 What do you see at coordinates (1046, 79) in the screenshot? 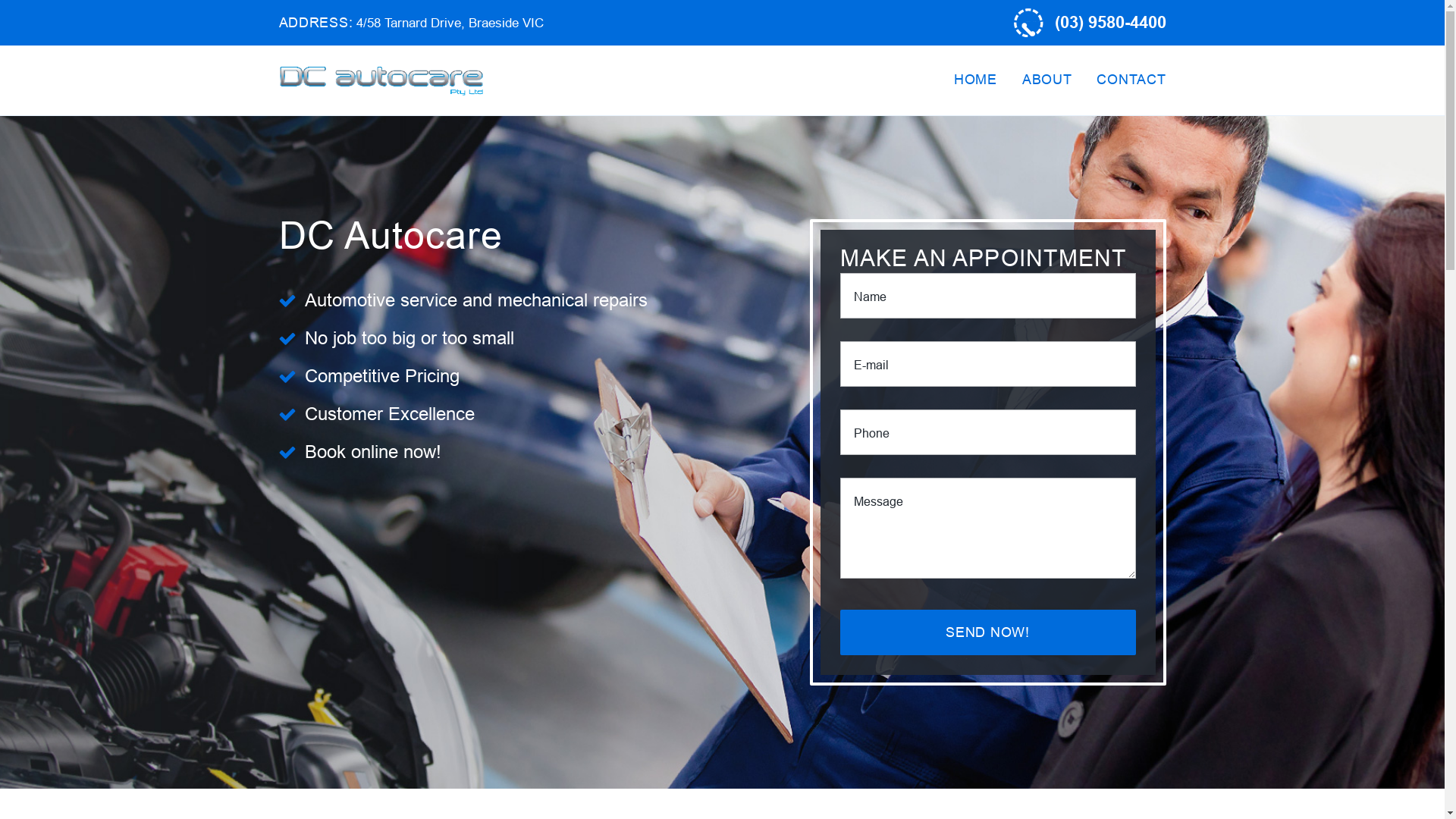
I see `'ABOUT'` at bounding box center [1046, 79].